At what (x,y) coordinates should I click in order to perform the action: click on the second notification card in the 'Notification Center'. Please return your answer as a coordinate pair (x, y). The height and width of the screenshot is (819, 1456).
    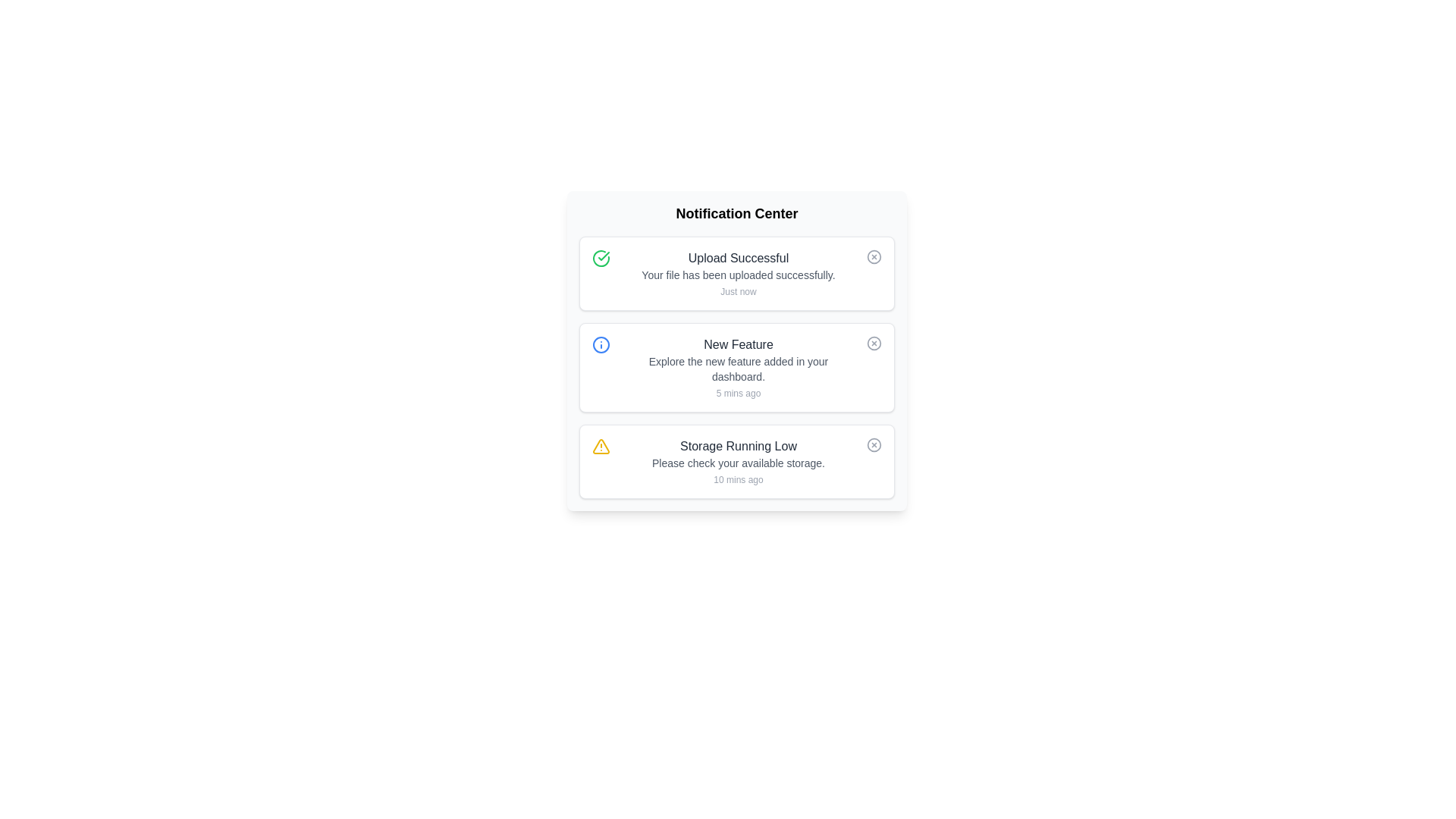
    Looking at the image, I should click on (736, 368).